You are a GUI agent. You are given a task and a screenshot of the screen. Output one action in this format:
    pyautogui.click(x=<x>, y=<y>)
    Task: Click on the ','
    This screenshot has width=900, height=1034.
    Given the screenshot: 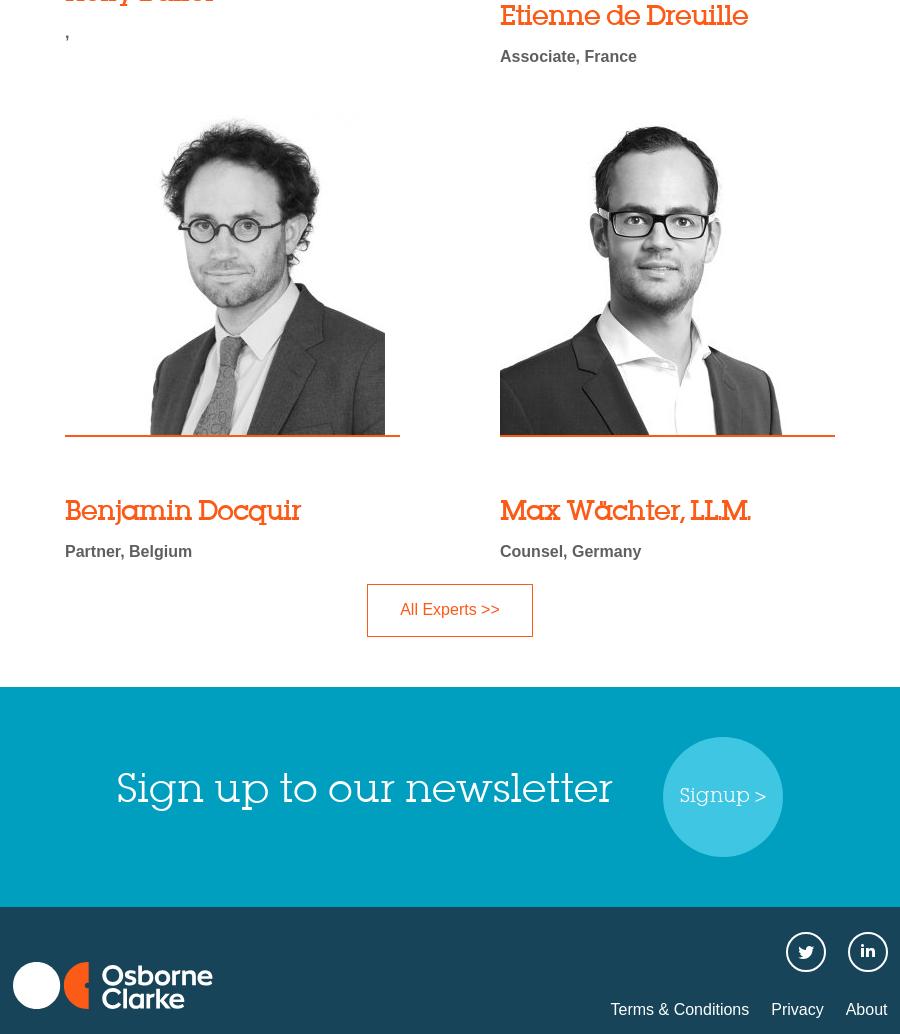 What is the action you would take?
    pyautogui.click(x=63, y=31)
    